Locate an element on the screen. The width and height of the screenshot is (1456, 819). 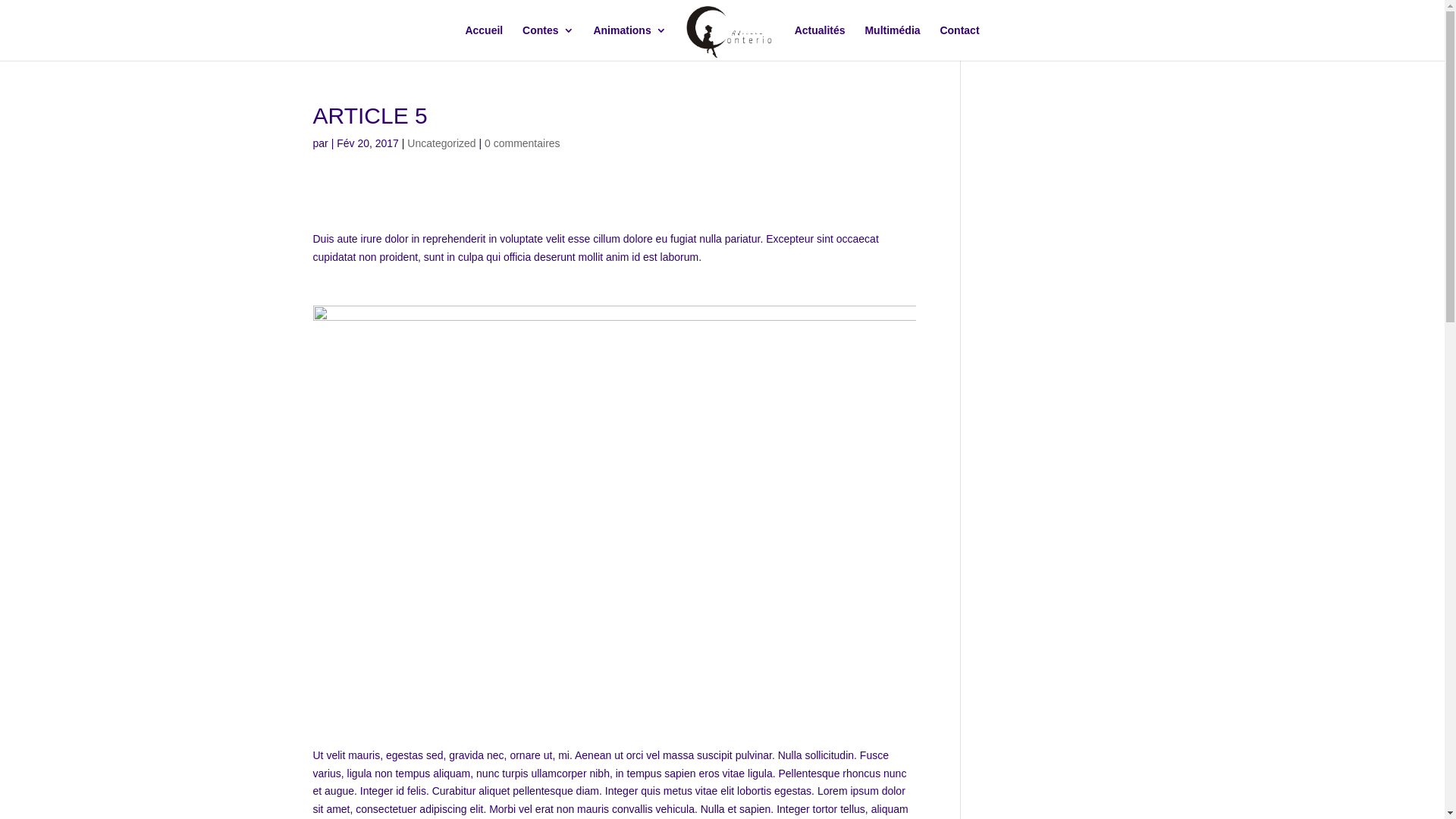
'0 commentaires' is located at coordinates (522, 143).